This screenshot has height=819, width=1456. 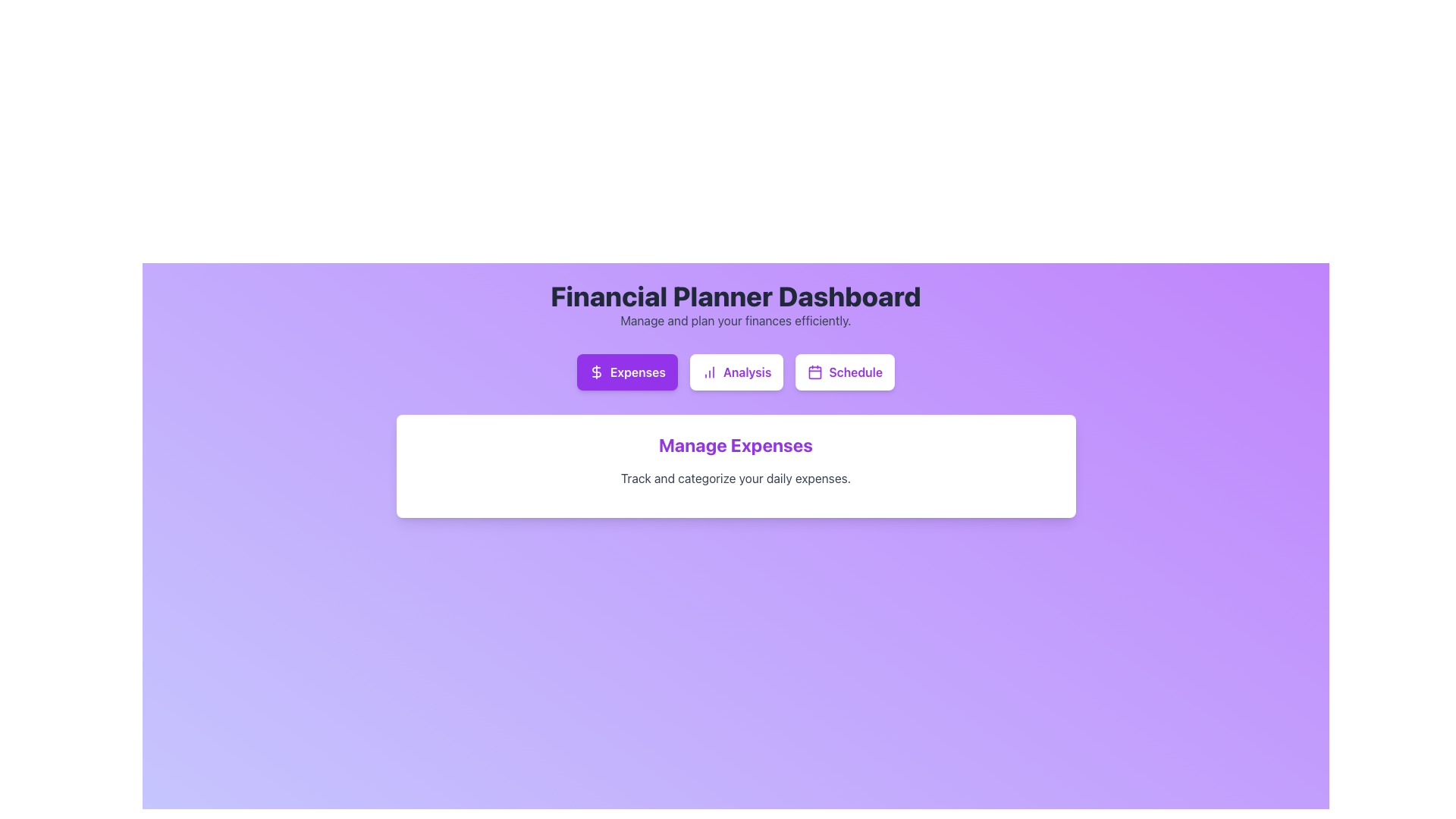 What do you see at coordinates (747, 372) in the screenshot?
I see `the text label within the second interactive button from the left, which activates features related to data analysis` at bounding box center [747, 372].